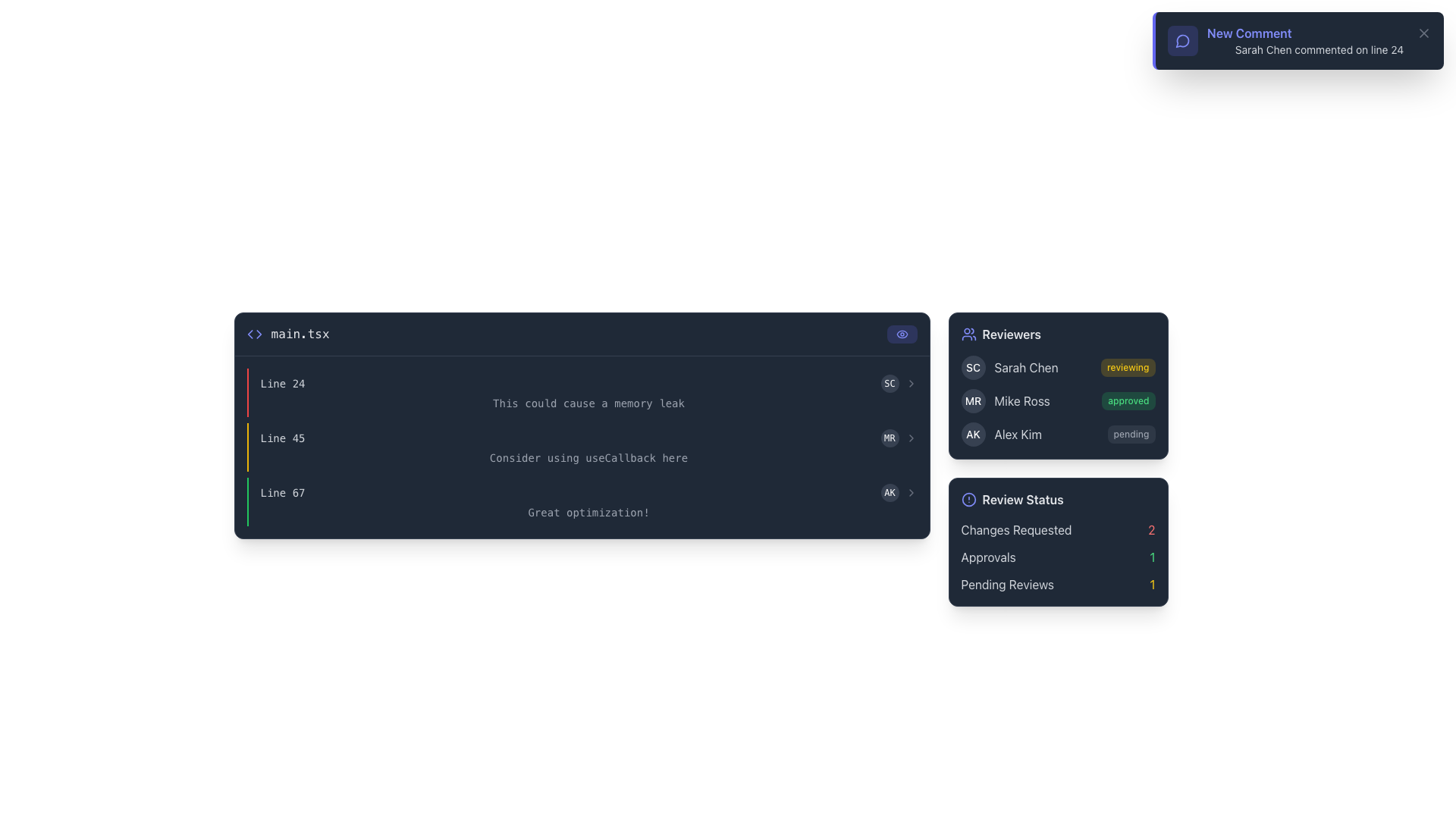 The image size is (1456, 819). What do you see at coordinates (1128, 368) in the screenshot?
I see `the status indicator labeled 'reviewing' with yellow text, located next to 'Sarah Chen' in the 'Reviewers' section` at bounding box center [1128, 368].